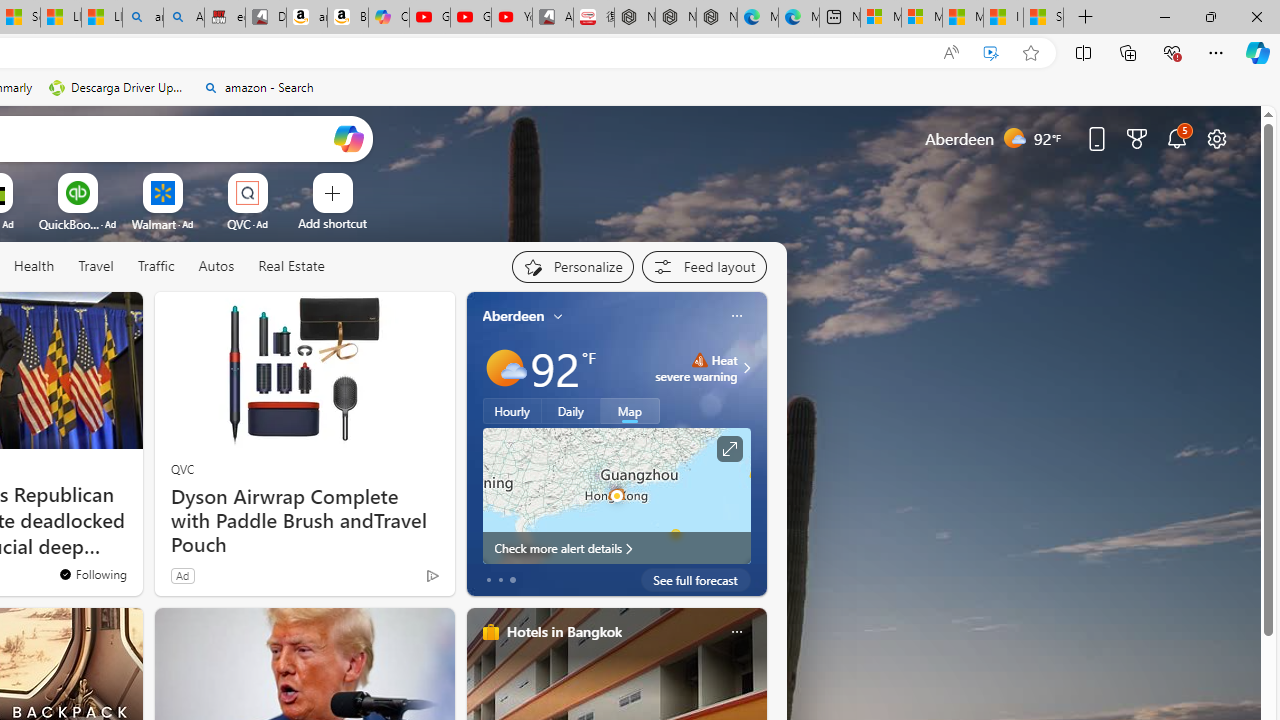  What do you see at coordinates (629, 410) in the screenshot?
I see `'Map'` at bounding box center [629, 410].